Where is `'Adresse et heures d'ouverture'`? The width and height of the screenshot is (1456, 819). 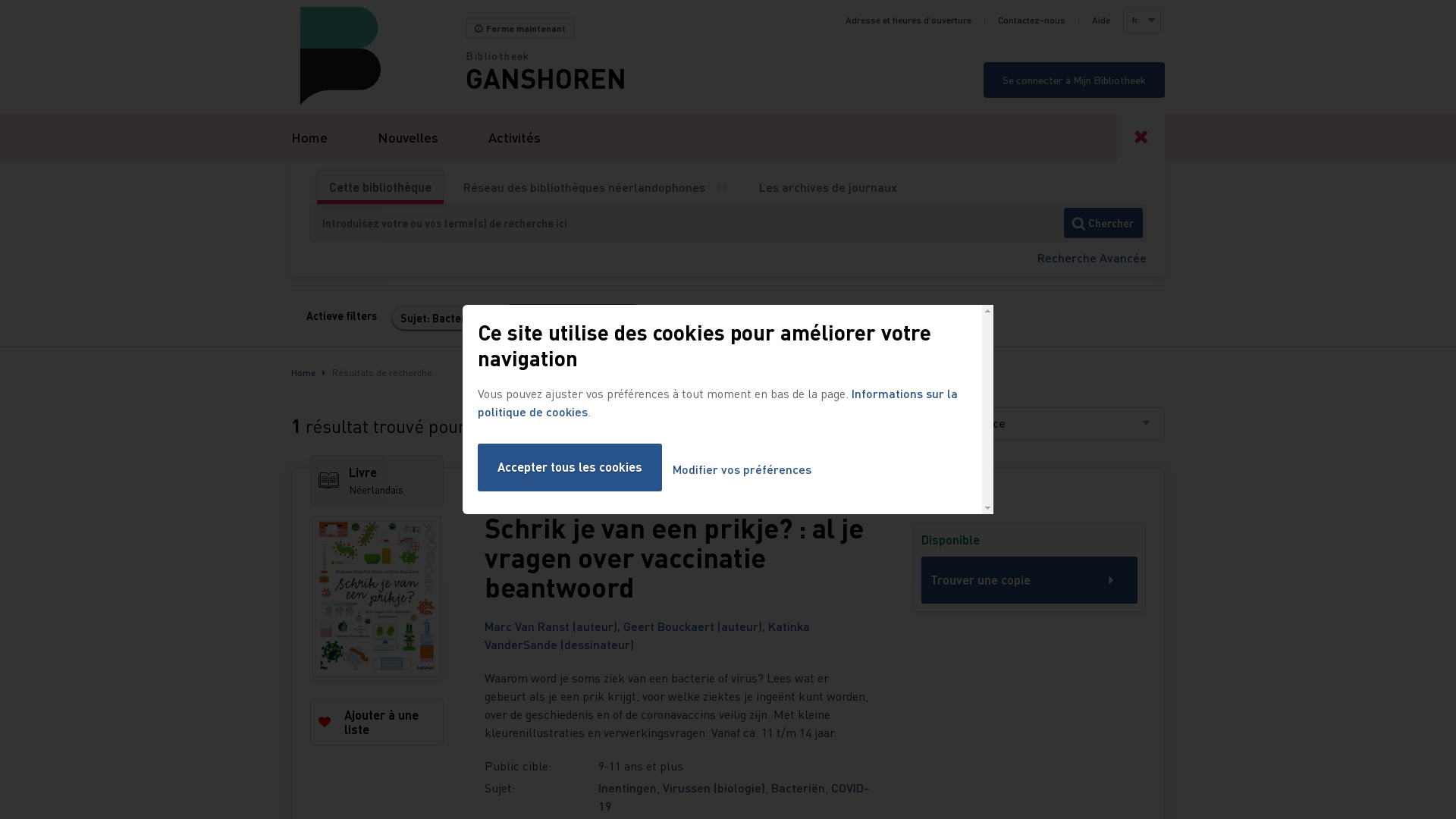 'Adresse et heures d'ouverture' is located at coordinates (908, 20).